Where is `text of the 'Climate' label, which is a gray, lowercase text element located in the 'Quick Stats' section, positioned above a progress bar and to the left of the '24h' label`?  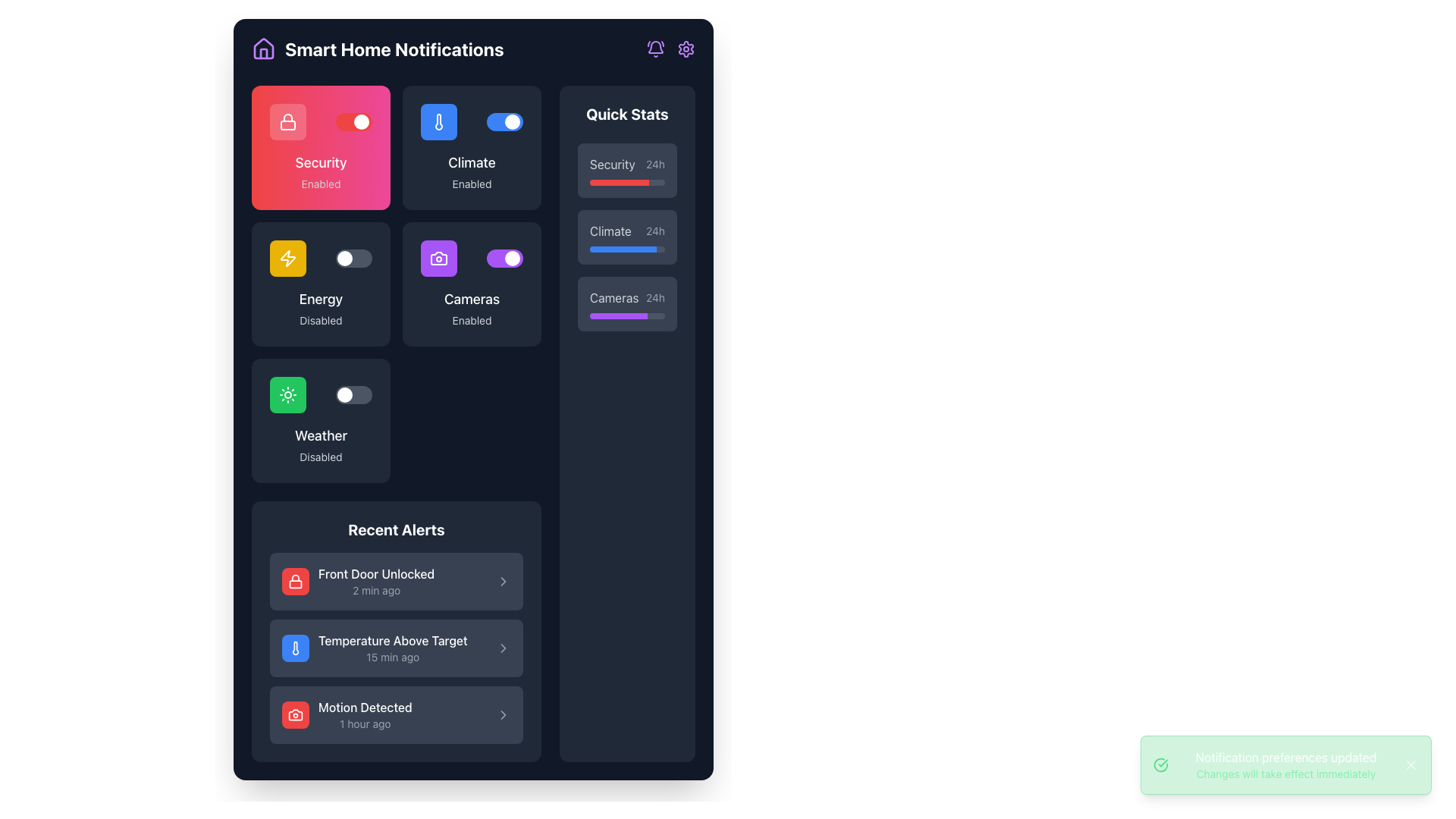
text of the 'Climate' label, which is a gray, lowercase text element located in the 'Quick Stats' section, positioned above a progress bar and to the left of the '24h' label is located at coordinates (610, 231).